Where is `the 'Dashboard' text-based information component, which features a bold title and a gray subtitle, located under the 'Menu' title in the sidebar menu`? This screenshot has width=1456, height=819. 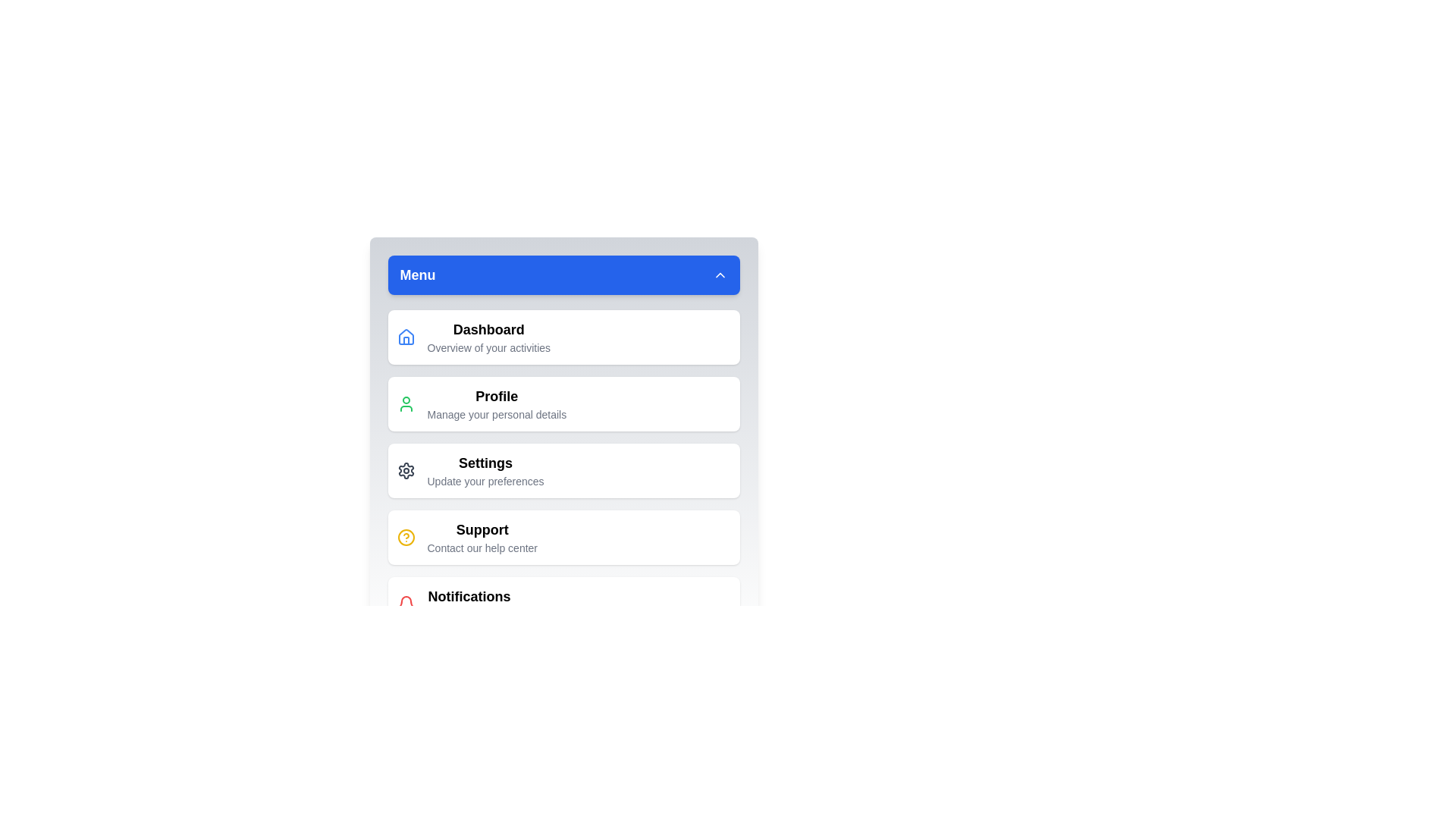 the 'Dashboard' text-based information component, which features a bold title and a gray subtitle, located under the 'Menu' title in the sidebar menu is located at coordinates (488, 336).